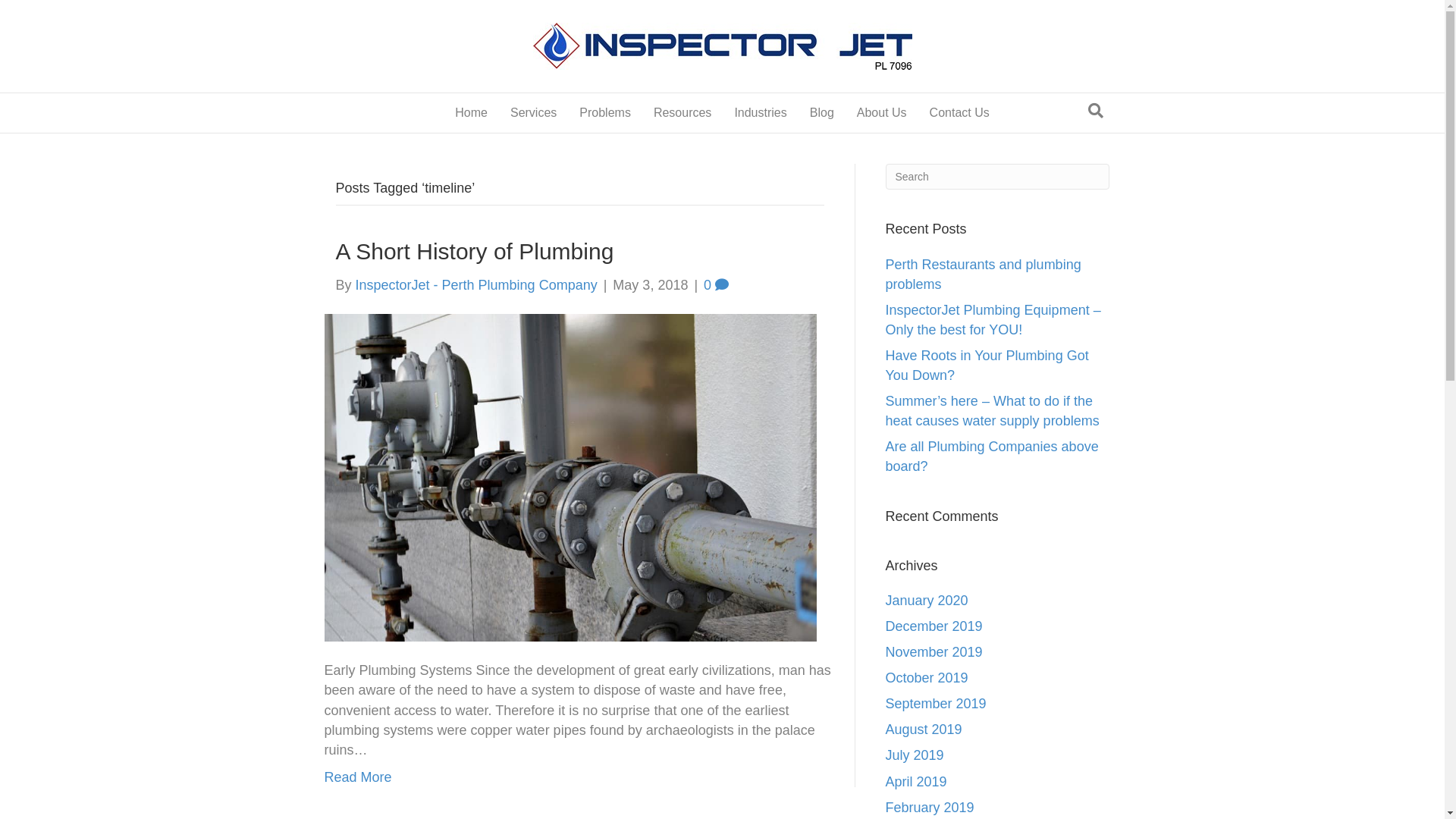  I want to click on 'Perth Restaurants and plumbing problems', so click(885, 275).